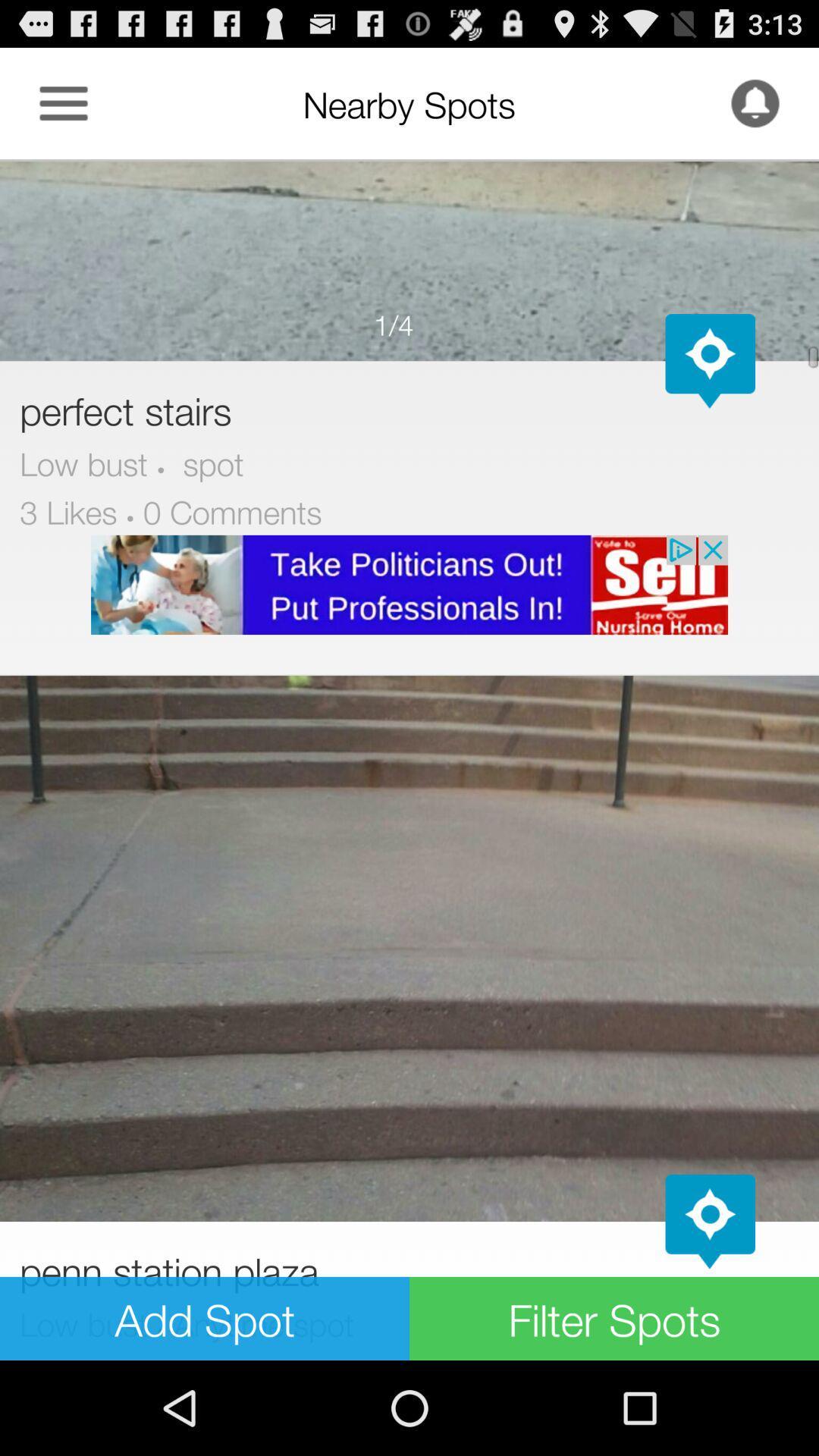 This screenshot has height=1456, width=819. Describe the element at coordinates (710, 360) in the screenshot. I see `see on map` at that location.